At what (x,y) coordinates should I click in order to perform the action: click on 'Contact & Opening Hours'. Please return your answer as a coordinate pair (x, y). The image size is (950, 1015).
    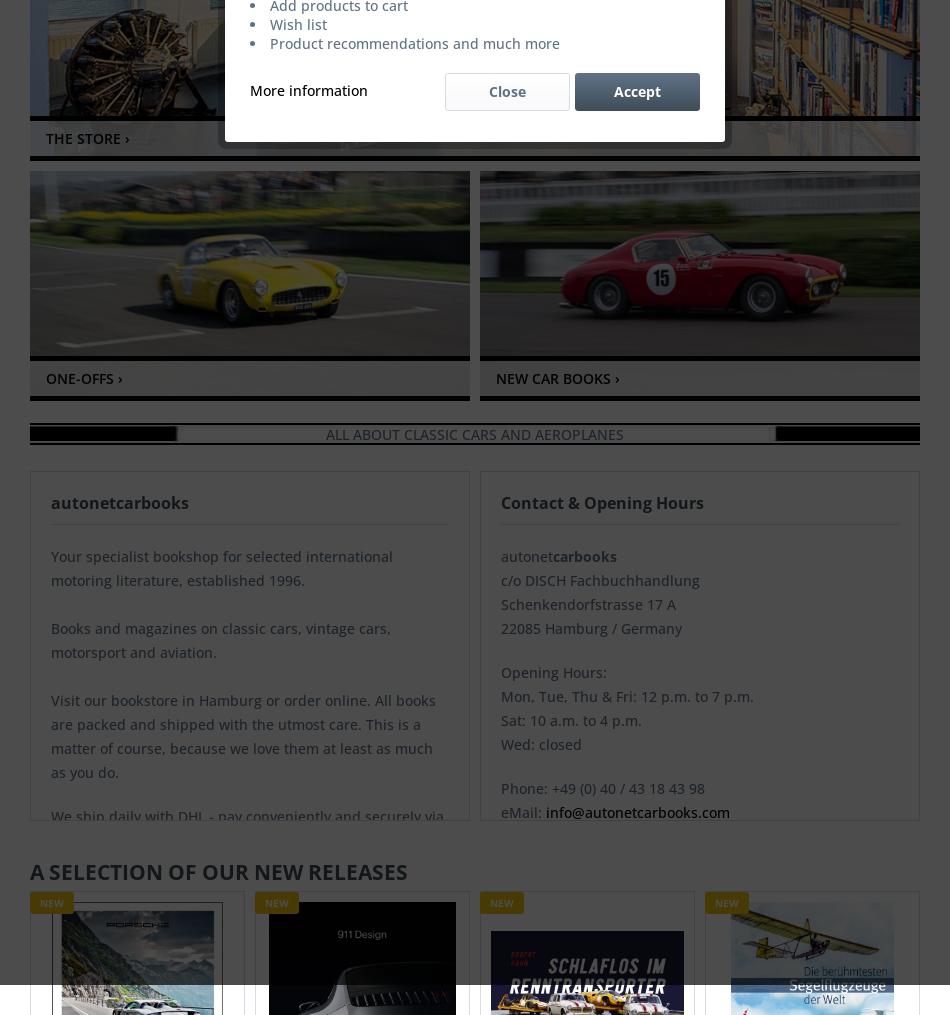
    Looking at the image, I should click on (602, 501).